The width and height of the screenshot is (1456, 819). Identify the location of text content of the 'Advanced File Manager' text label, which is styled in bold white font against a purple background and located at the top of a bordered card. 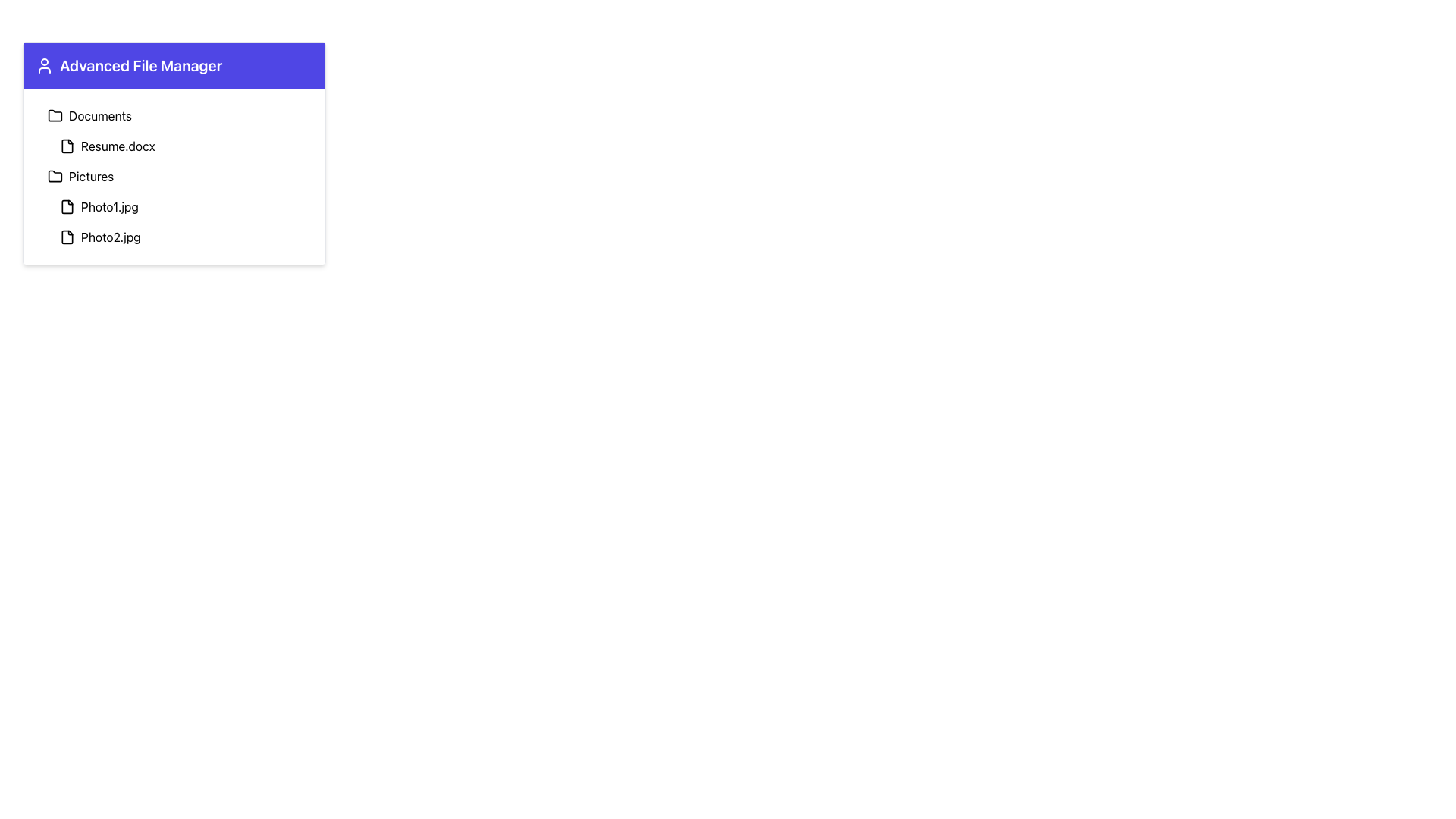
(174, 65).